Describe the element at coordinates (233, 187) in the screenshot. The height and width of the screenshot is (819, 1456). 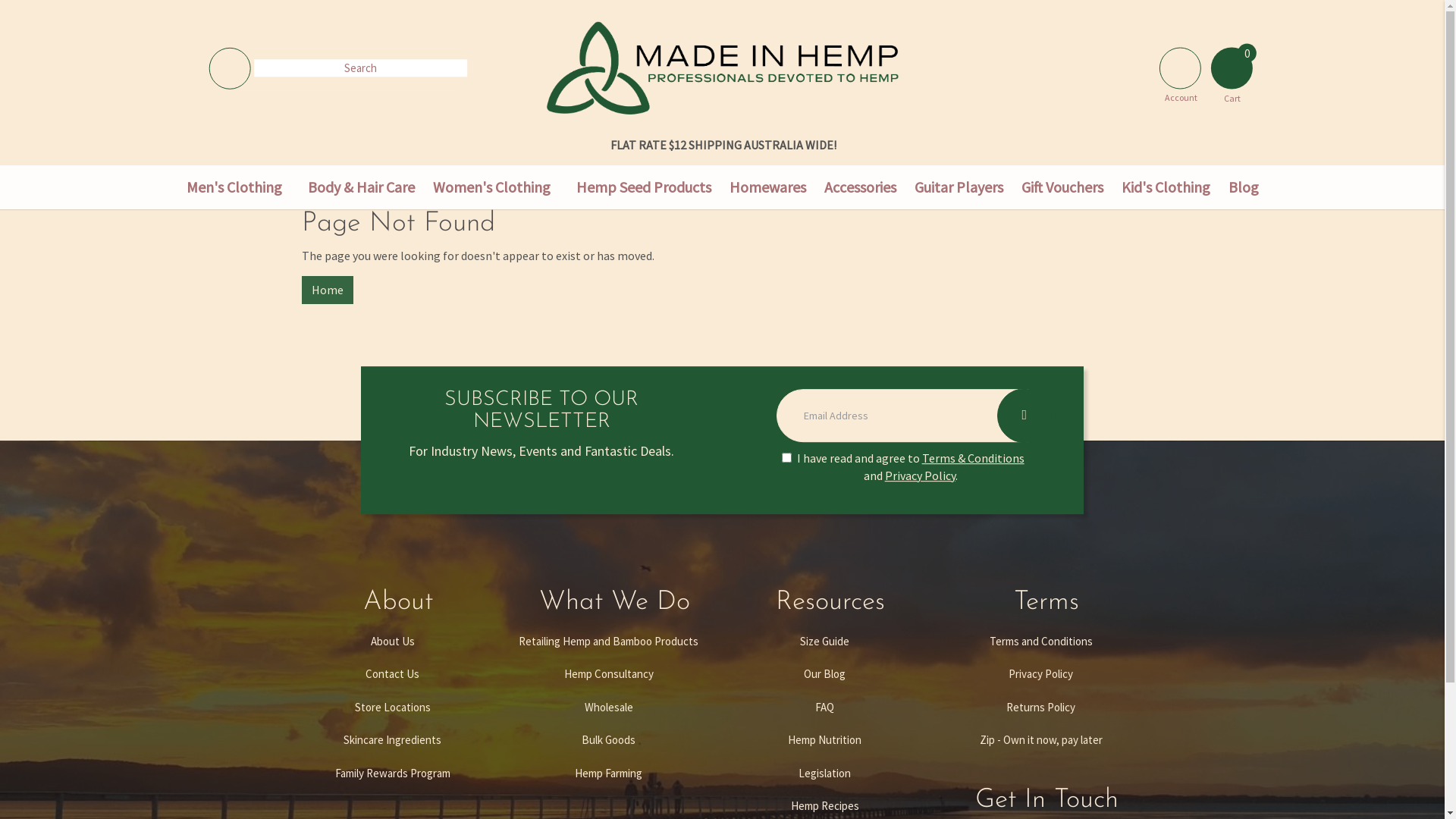
I see `'Men's Clothing'` at that location.